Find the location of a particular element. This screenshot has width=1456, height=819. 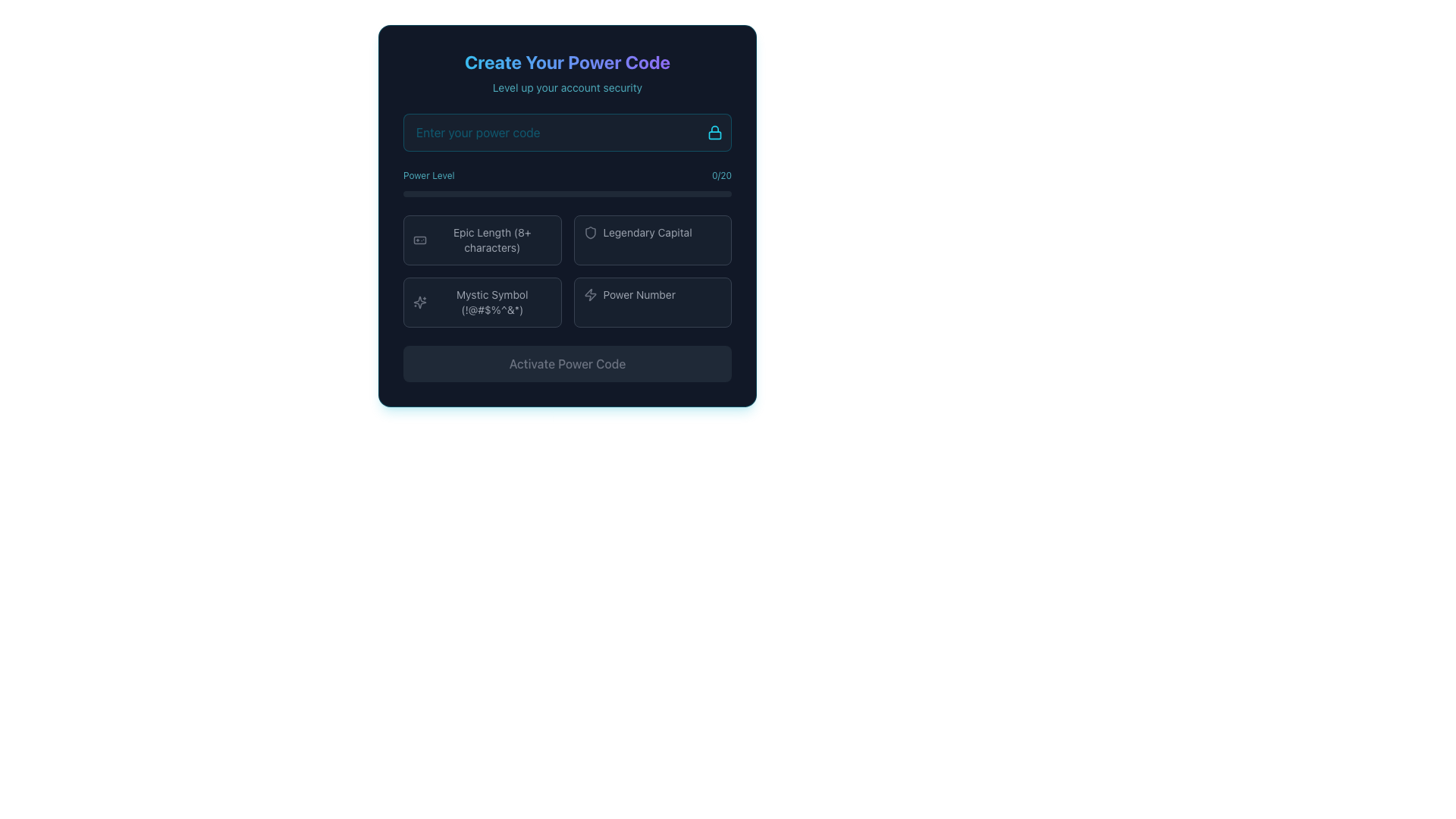

the text displaying '0/20' in light cyan color, positioned to the right of the label 'Power Level' is located at coordinates (720, 174).